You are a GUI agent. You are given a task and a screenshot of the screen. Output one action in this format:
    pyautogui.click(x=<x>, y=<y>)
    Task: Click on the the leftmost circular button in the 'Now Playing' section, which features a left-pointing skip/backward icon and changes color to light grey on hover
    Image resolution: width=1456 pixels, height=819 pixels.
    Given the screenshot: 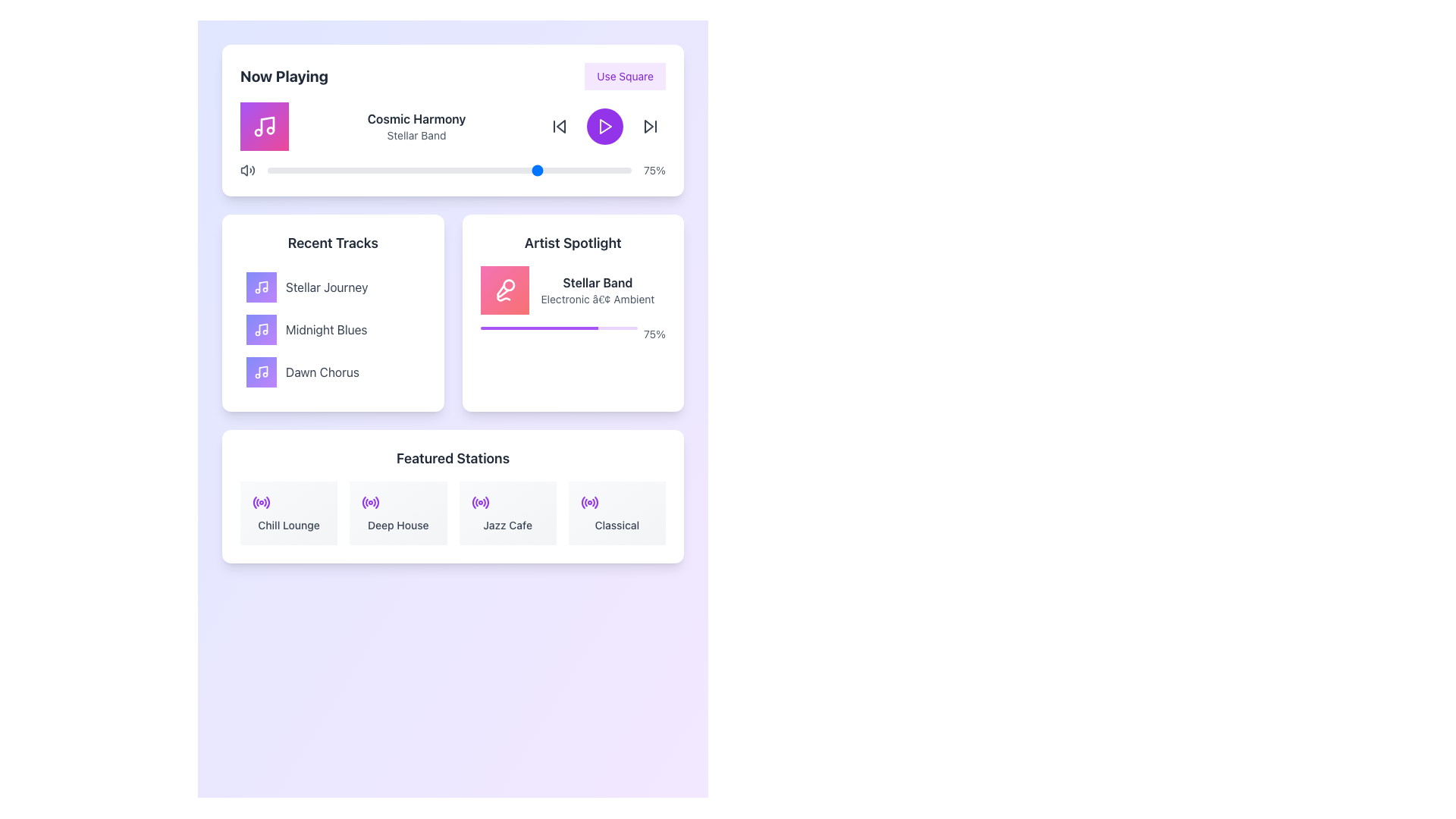 What is the action you would take?
    pyautogui.click(x=559, y=125)
    